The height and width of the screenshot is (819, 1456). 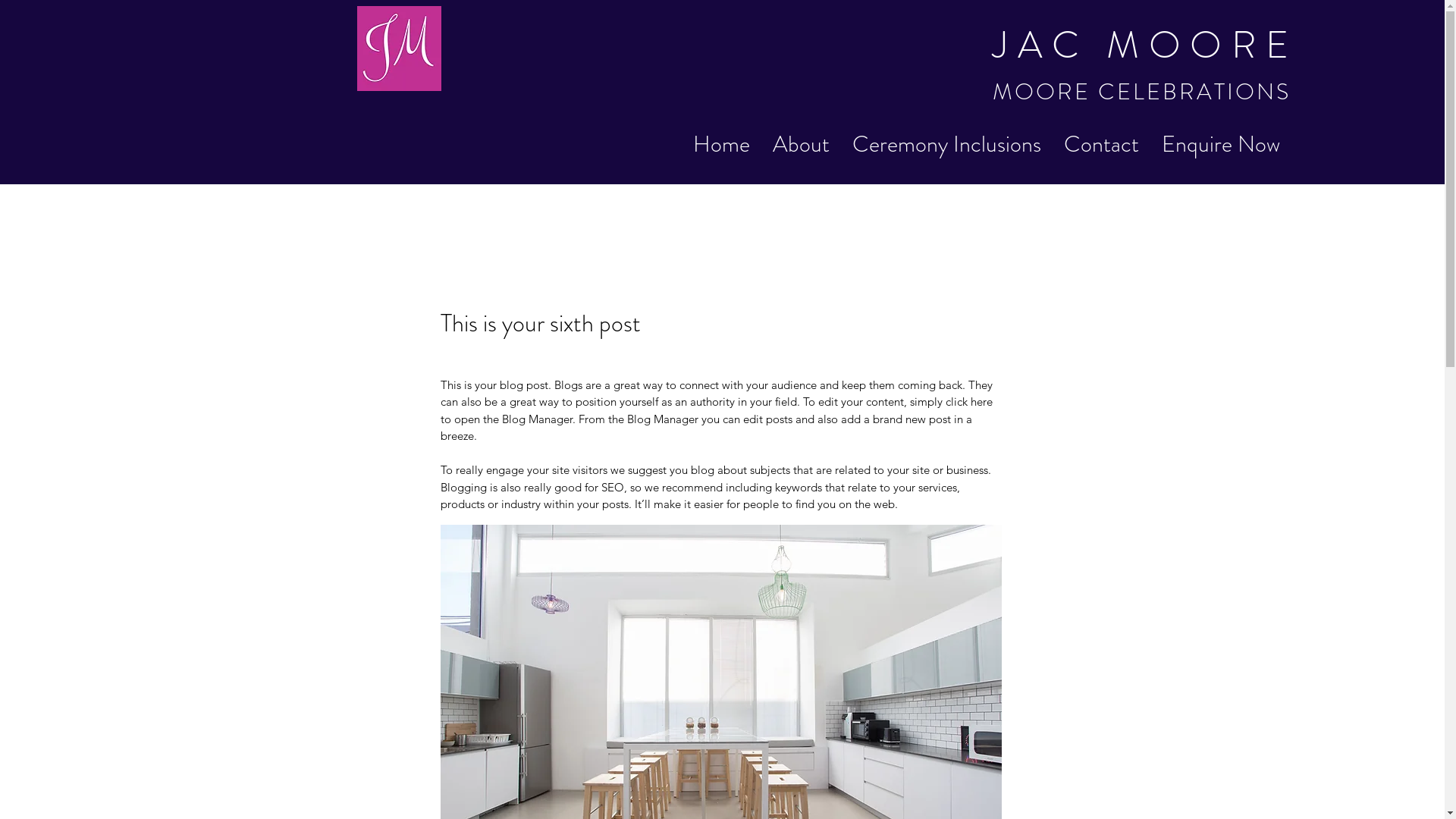 I want to click on 'About', so click(x=761, y=144).